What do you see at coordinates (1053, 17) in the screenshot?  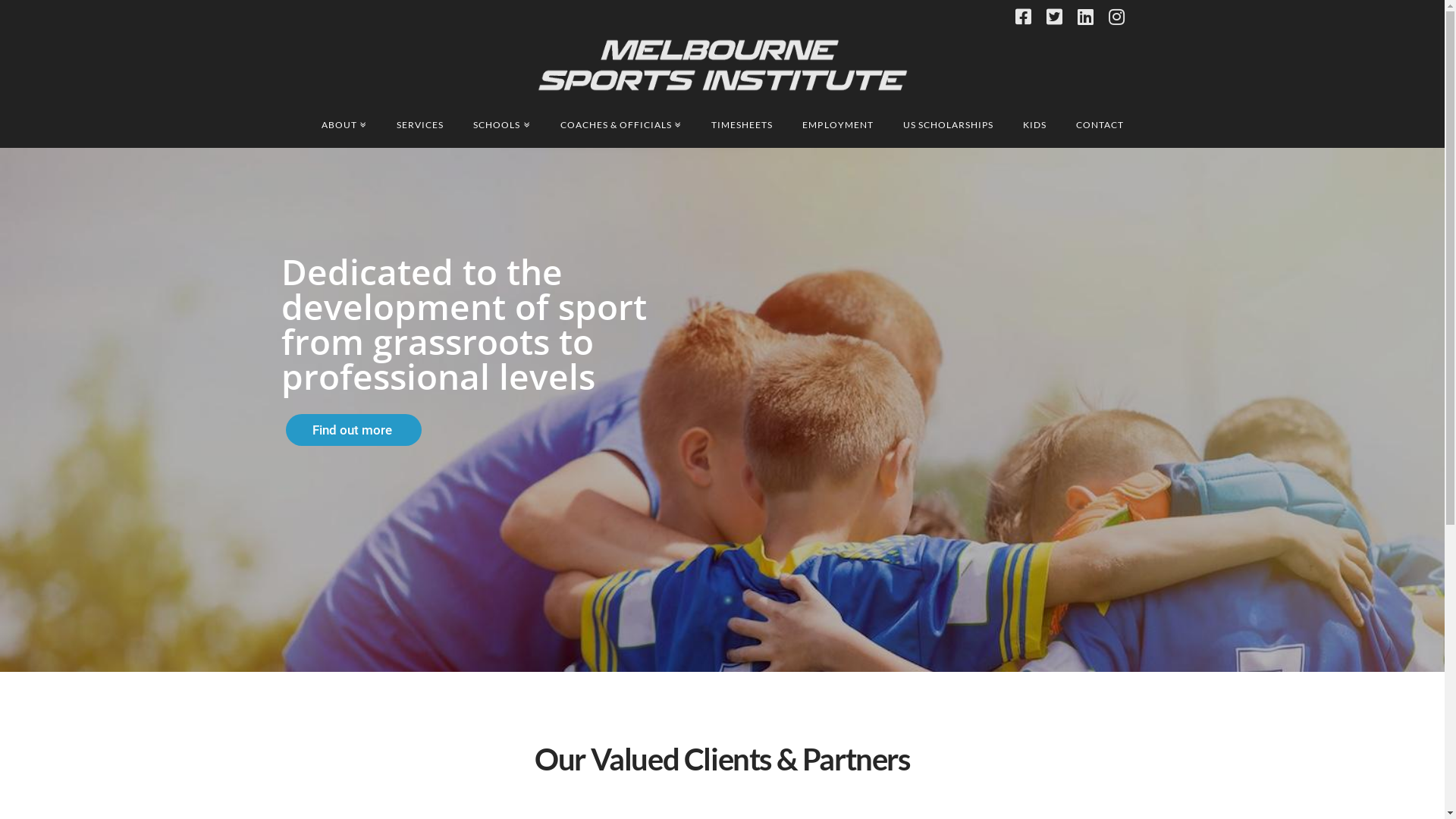 I see `'Twitter'` at bounding box center [1053, 17].